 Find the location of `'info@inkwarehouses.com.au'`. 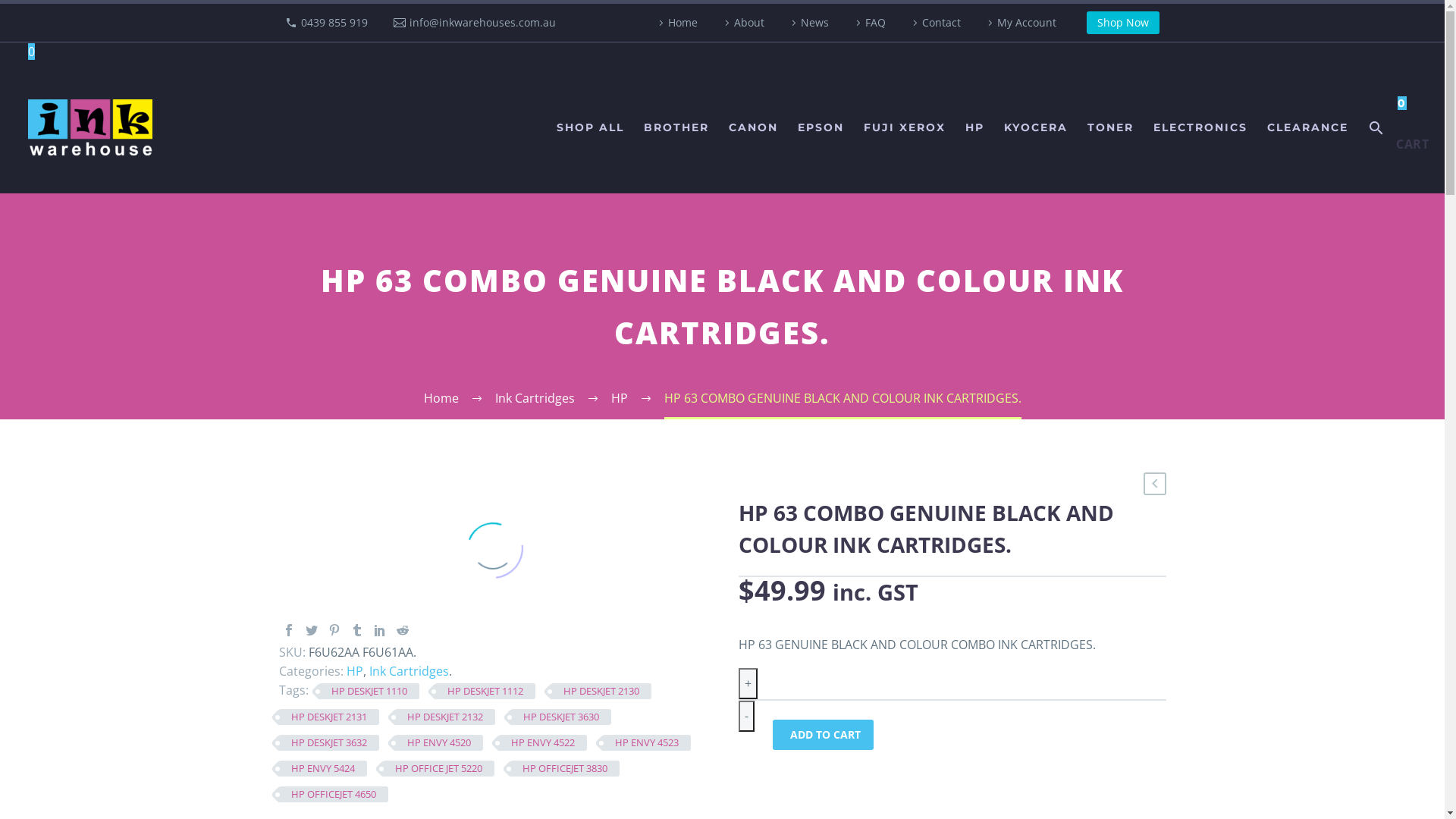

'info@inkwarehouses.com.au' is located at coordinates (482, 22).